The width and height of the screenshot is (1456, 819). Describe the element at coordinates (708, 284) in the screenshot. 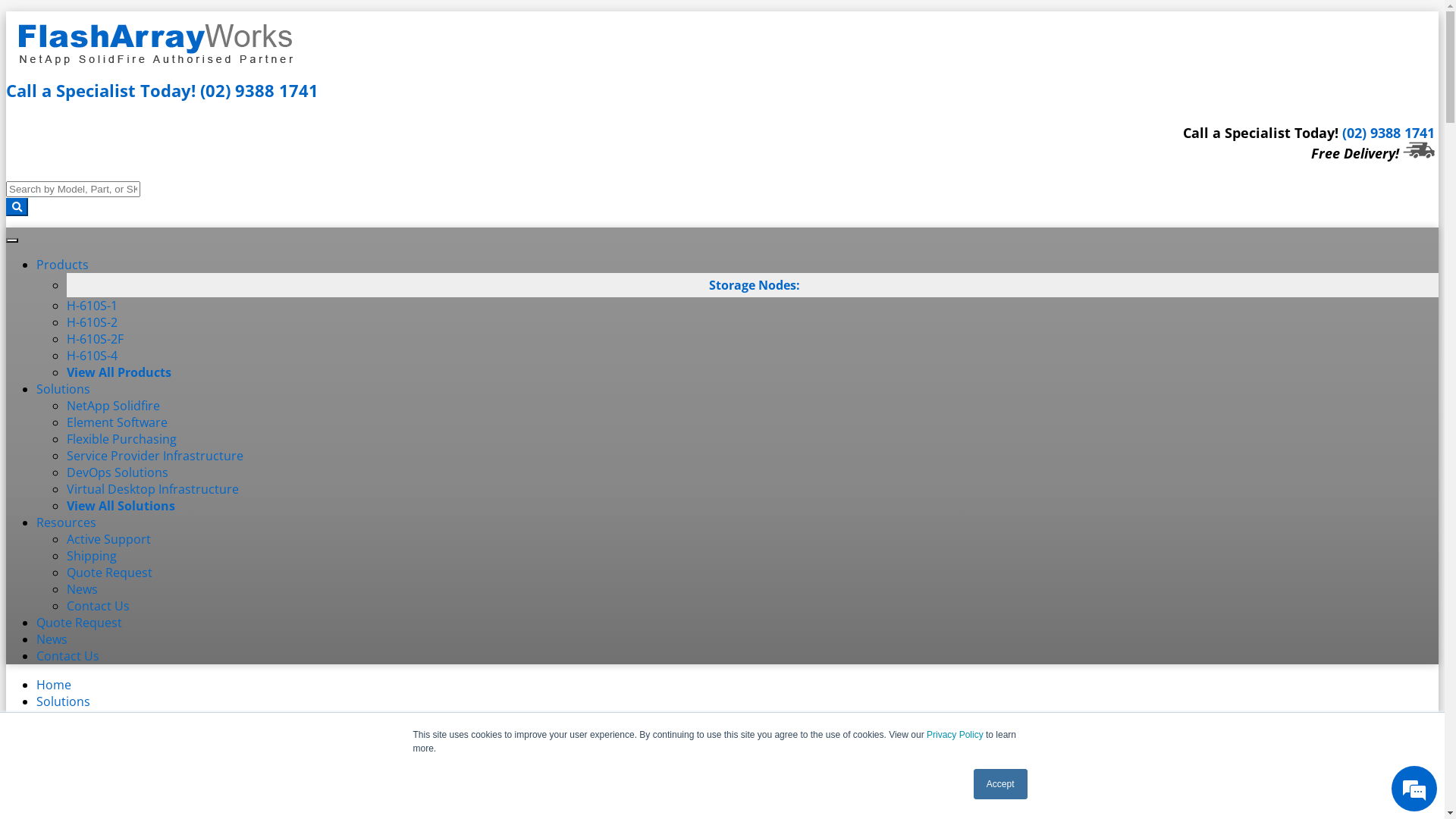

I see `'Storage Nodes:'` at that location.